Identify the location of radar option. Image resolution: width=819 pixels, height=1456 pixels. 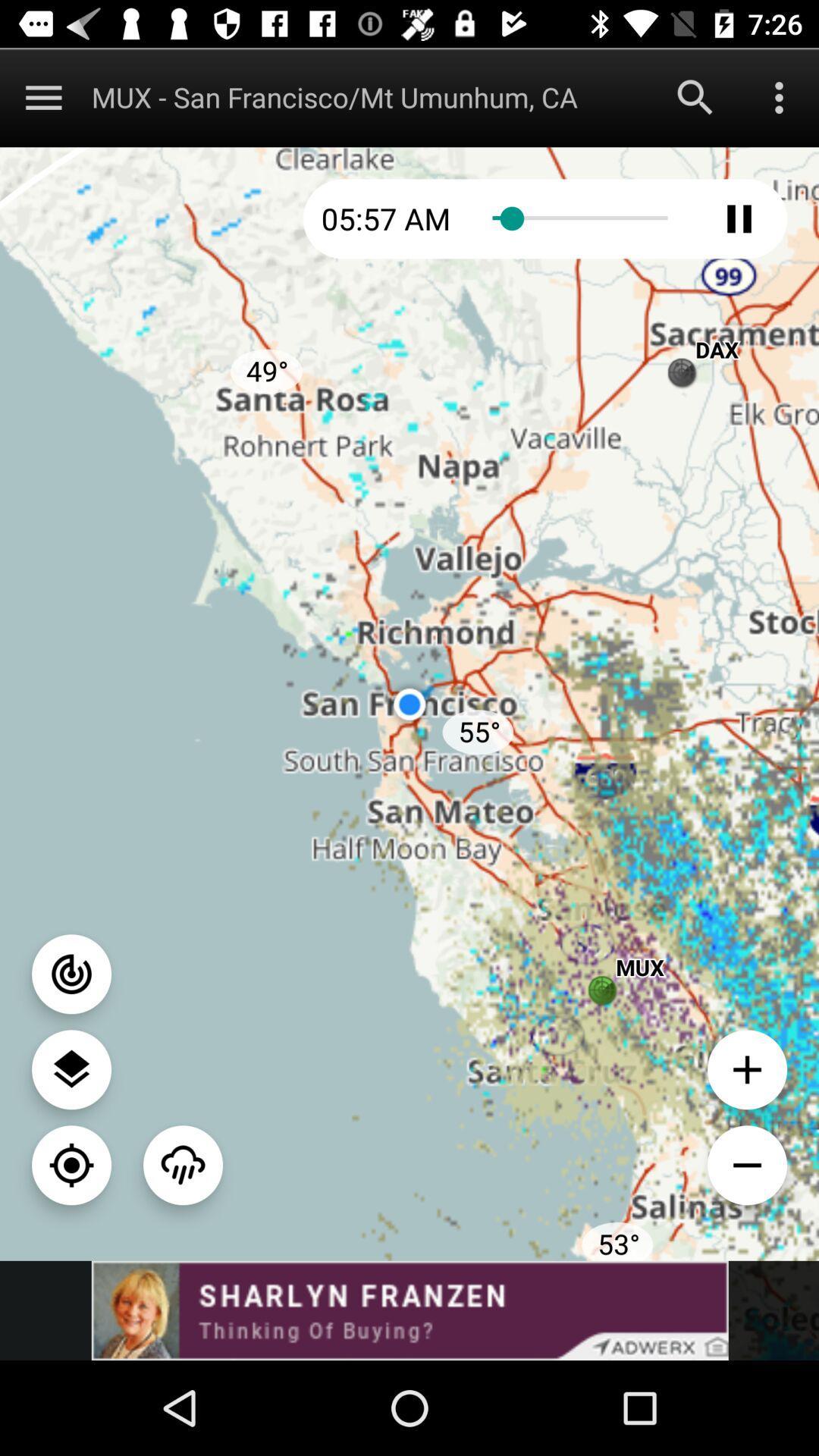
(71, 974).